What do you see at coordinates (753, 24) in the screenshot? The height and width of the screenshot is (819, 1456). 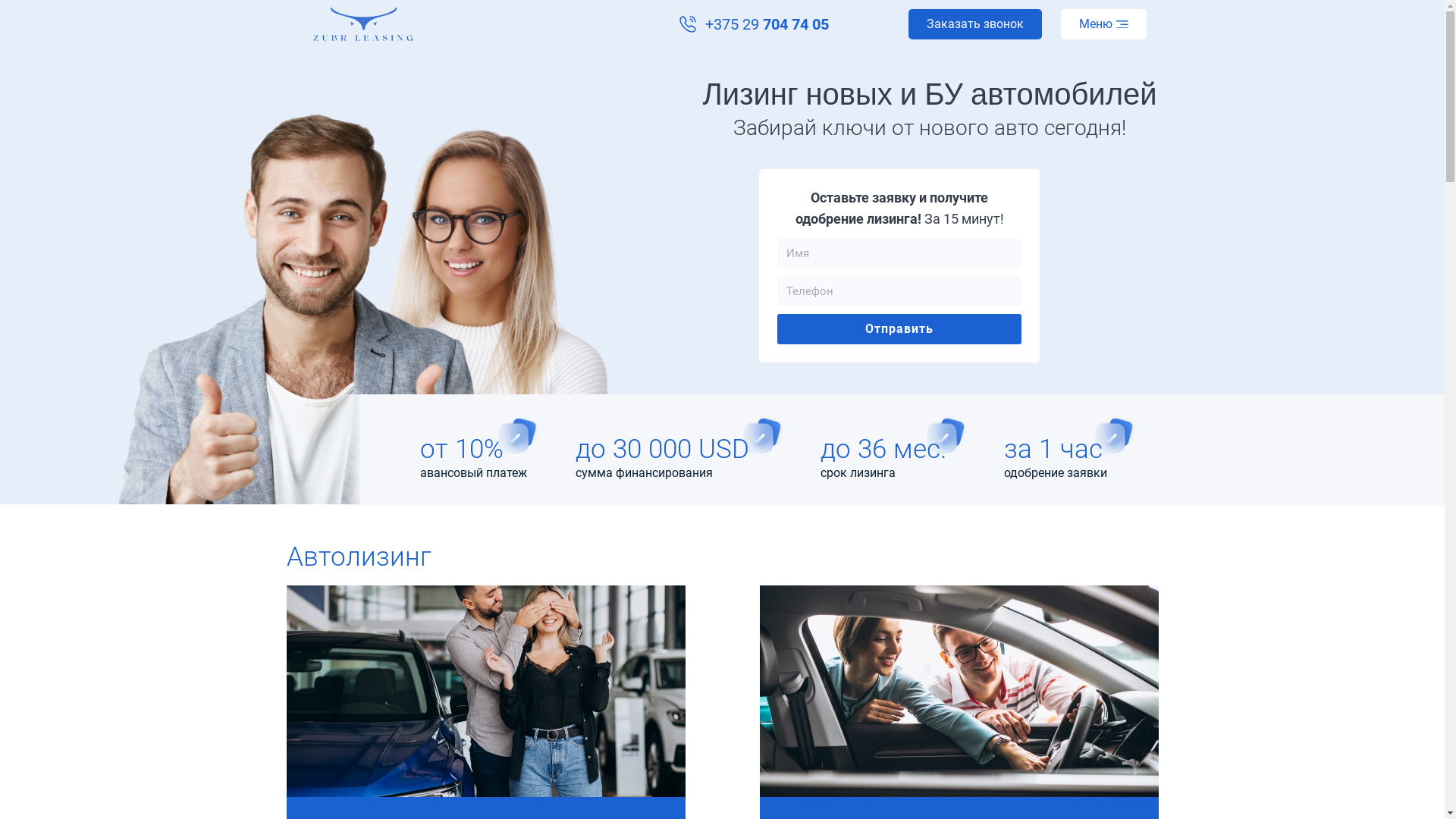 I see `'+375 29 704 74 05'` at bounding box center [753, 24].